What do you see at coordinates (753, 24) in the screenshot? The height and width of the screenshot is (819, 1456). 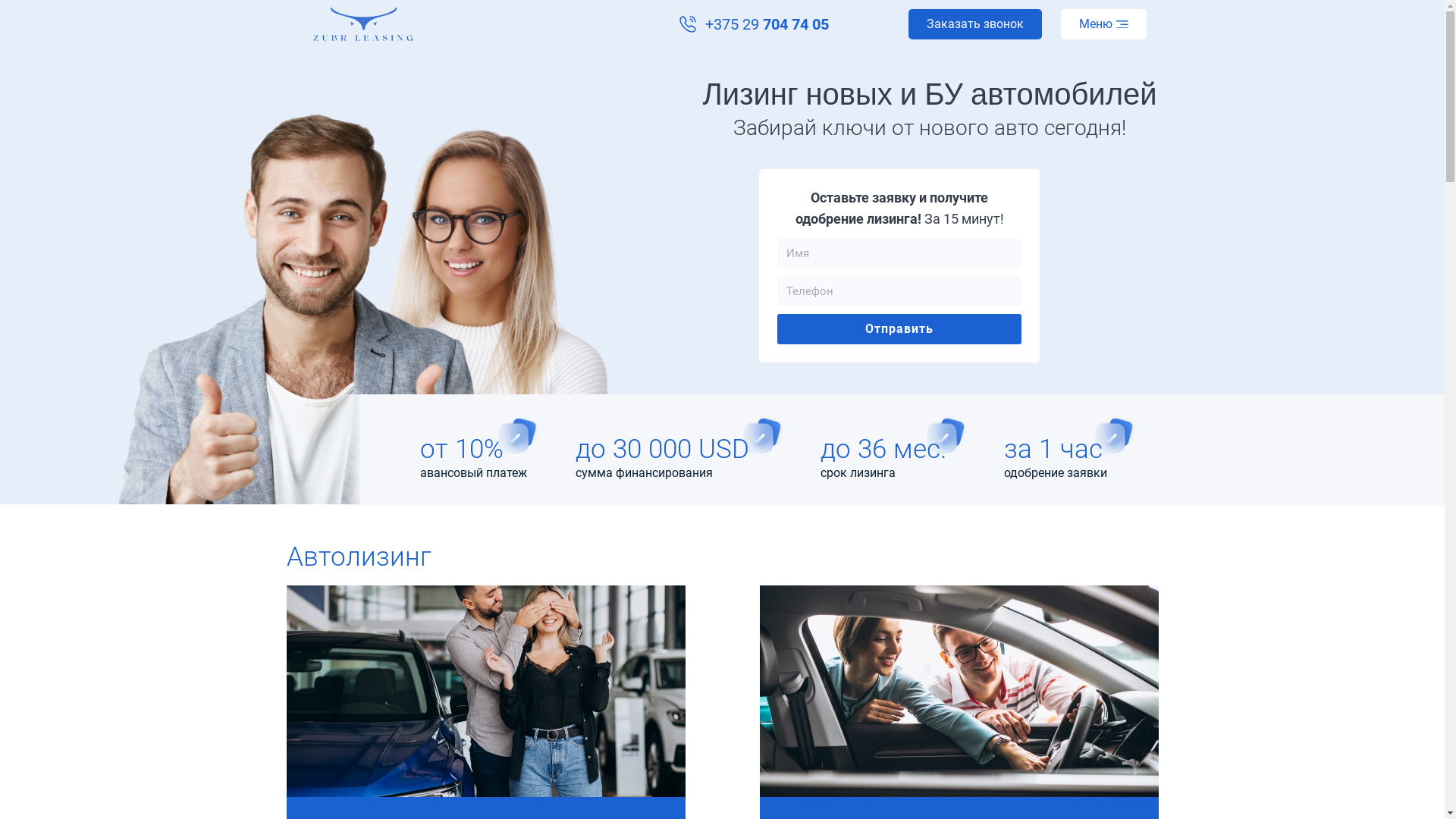 I see `'+375 29 704 74 05'` at bounding box center [753, 24].